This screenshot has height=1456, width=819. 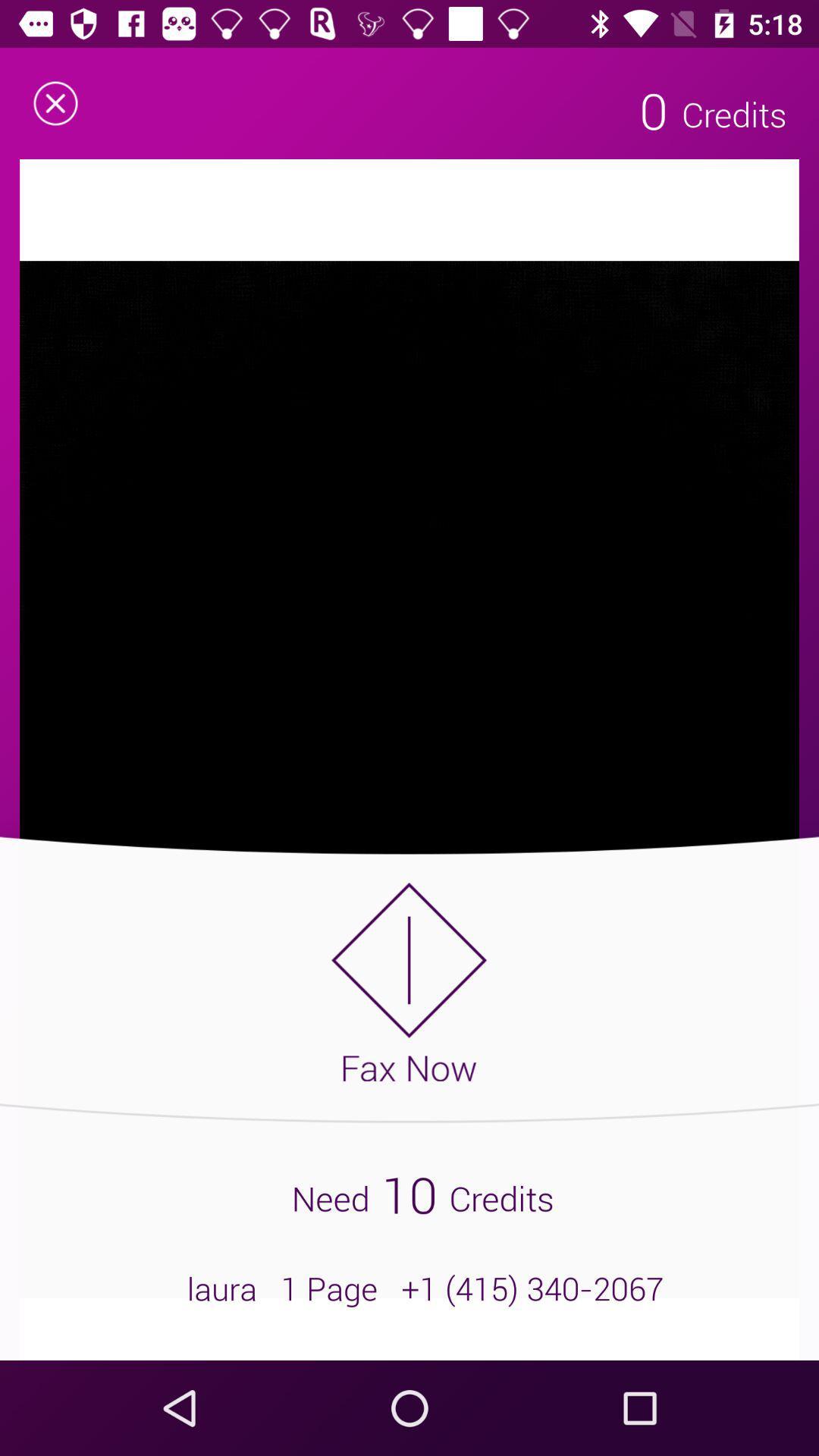 I want to click on the app next to the credits app, so click(x=653, y=109).